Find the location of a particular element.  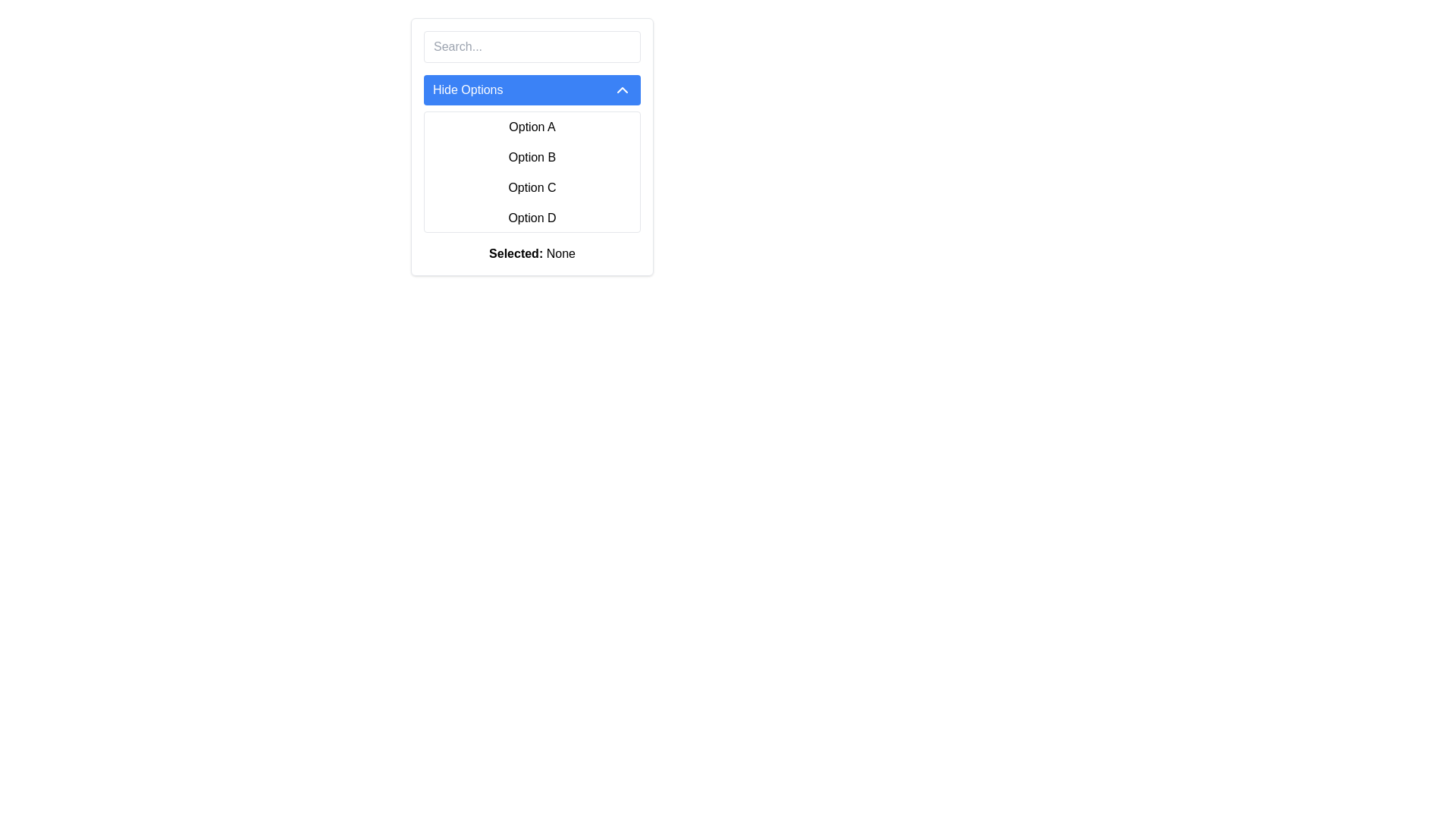

the Text label indicating the current selection status within the dropdown list, which precedes the text 'None' is located at coordinates (516, 253).